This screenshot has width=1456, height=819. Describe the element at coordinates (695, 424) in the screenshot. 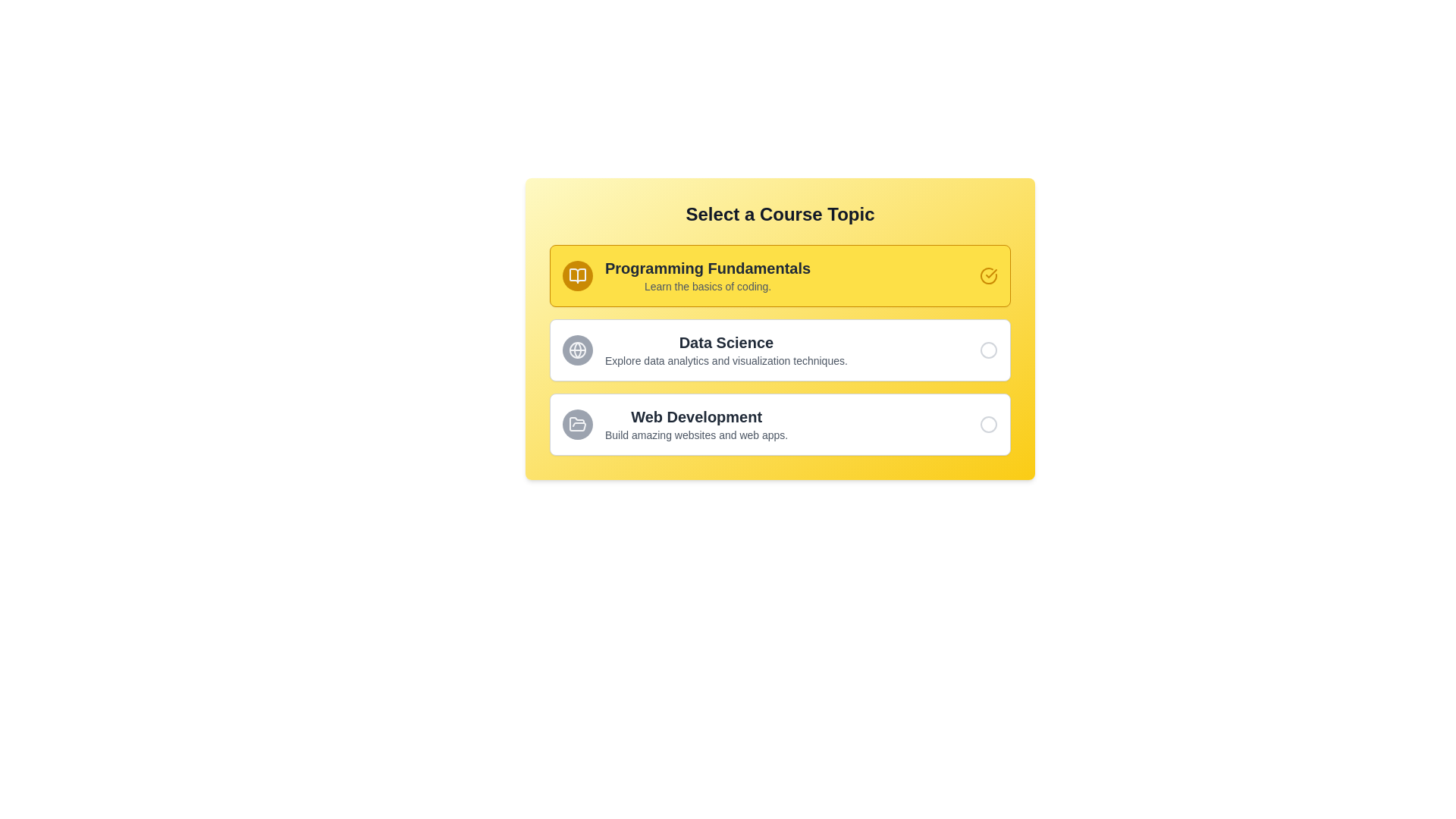

I see `the text block that displays 'Web Development'` at that location.